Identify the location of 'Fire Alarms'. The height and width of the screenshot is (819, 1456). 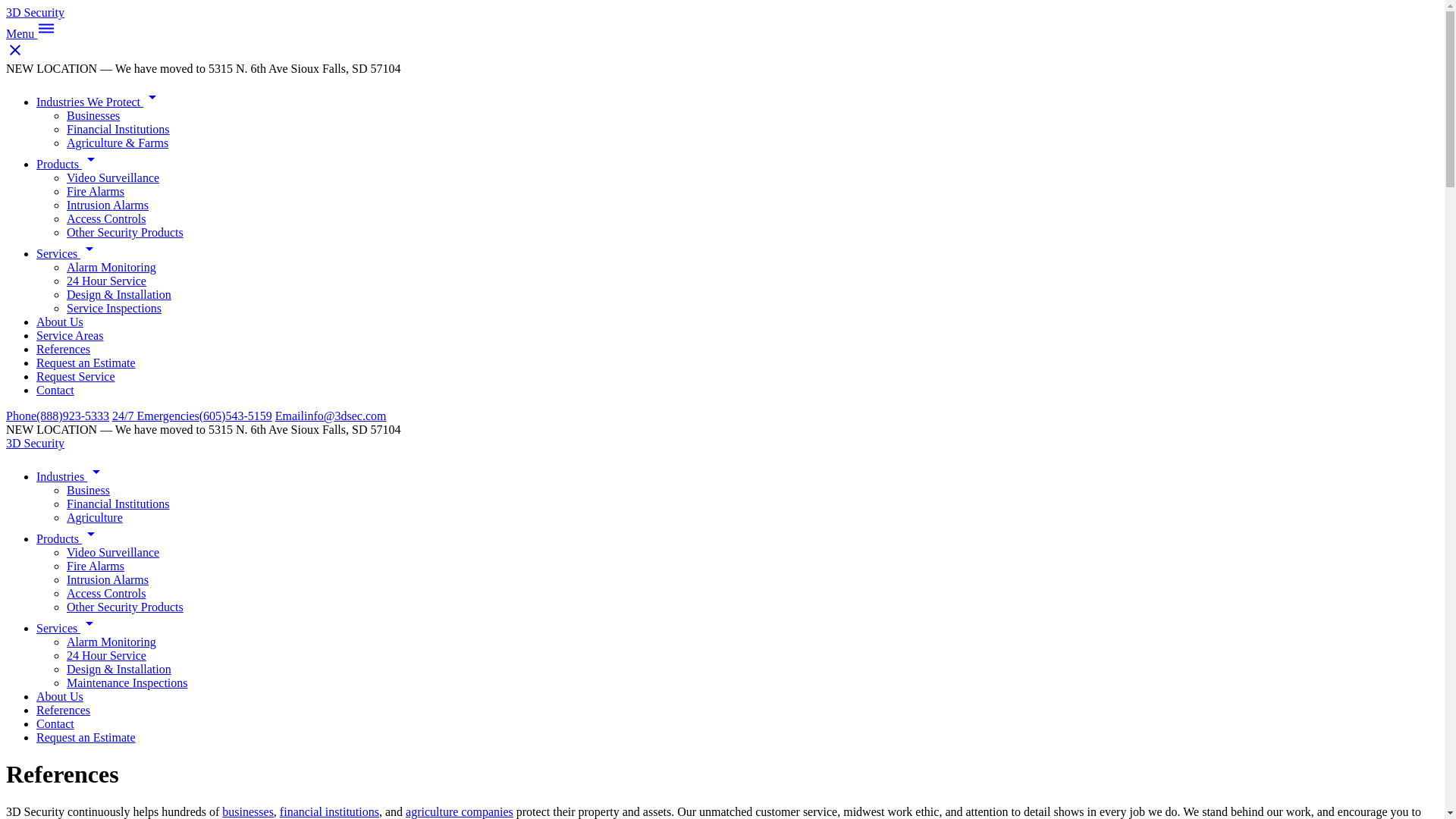
(94, 190).